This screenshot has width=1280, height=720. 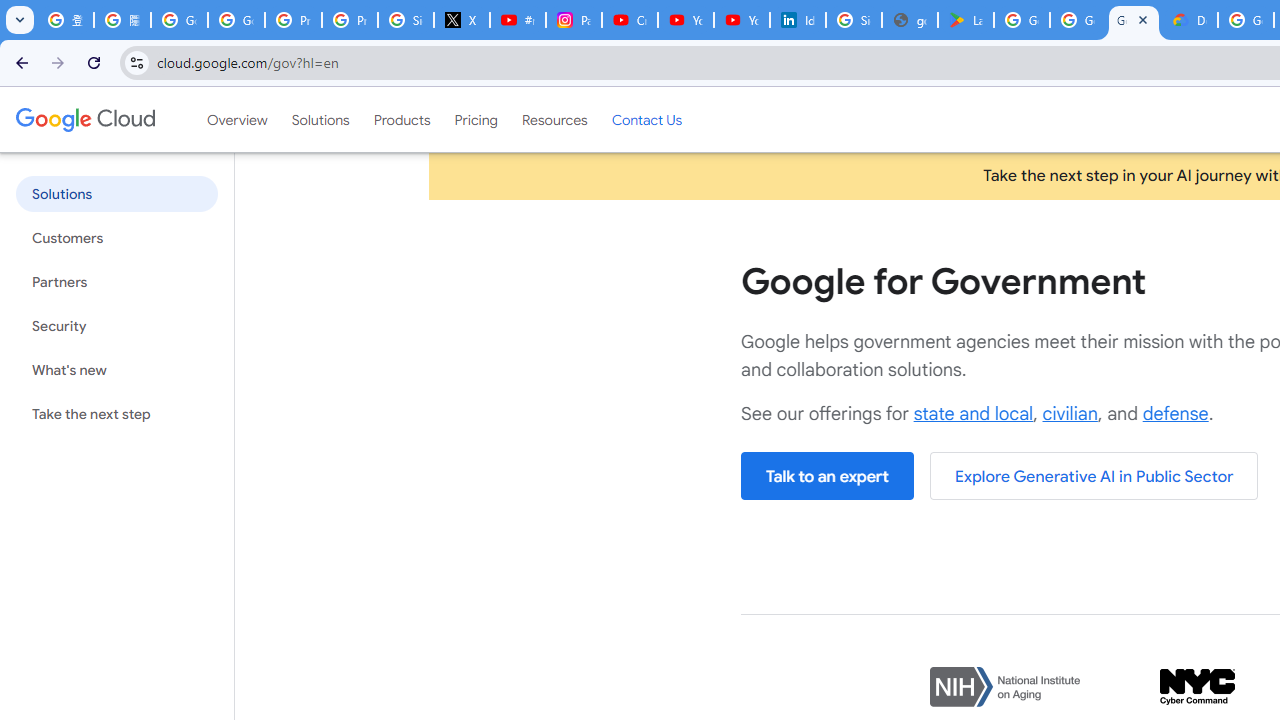 What do you see at coordinates (1134, 20) in the screenshot?
I see `'Government | Google Cloud'` at bounding box center [1134, 20].